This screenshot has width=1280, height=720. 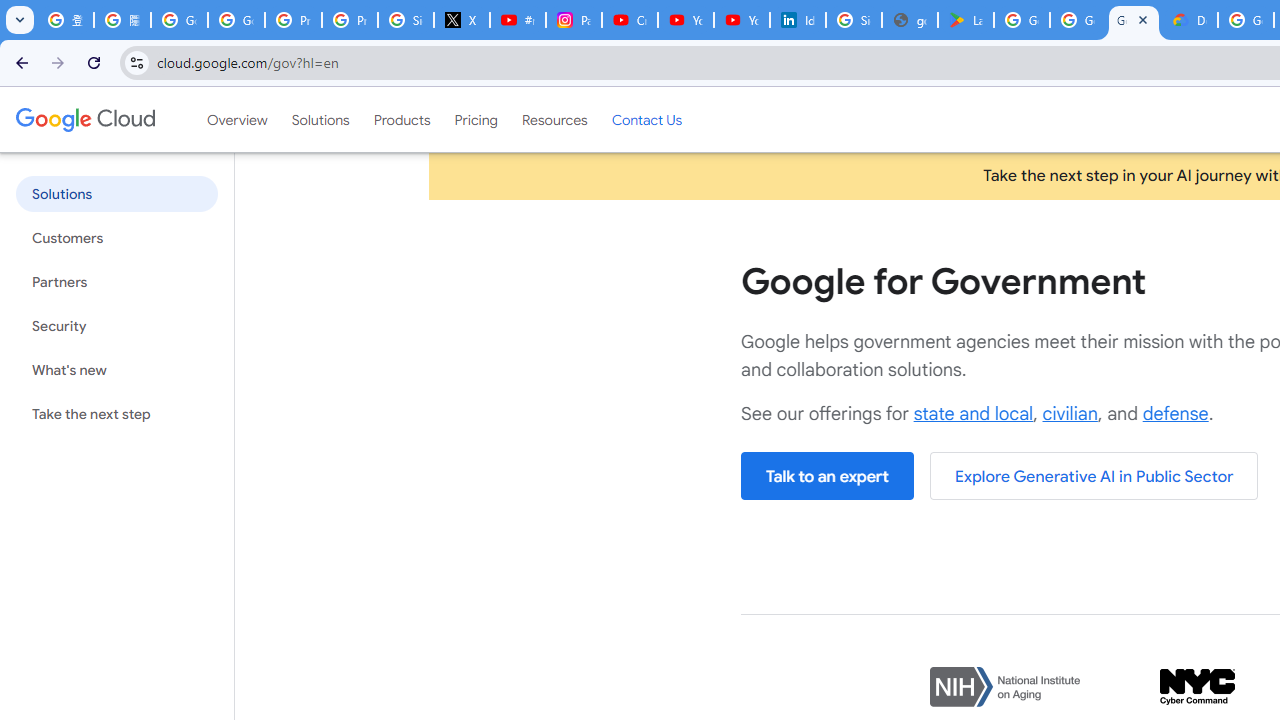 What do you see at coordinates (1134, 20) in the screenshot?
I see `'Government | Google Cloud'` at bounding box center [1134, 20].